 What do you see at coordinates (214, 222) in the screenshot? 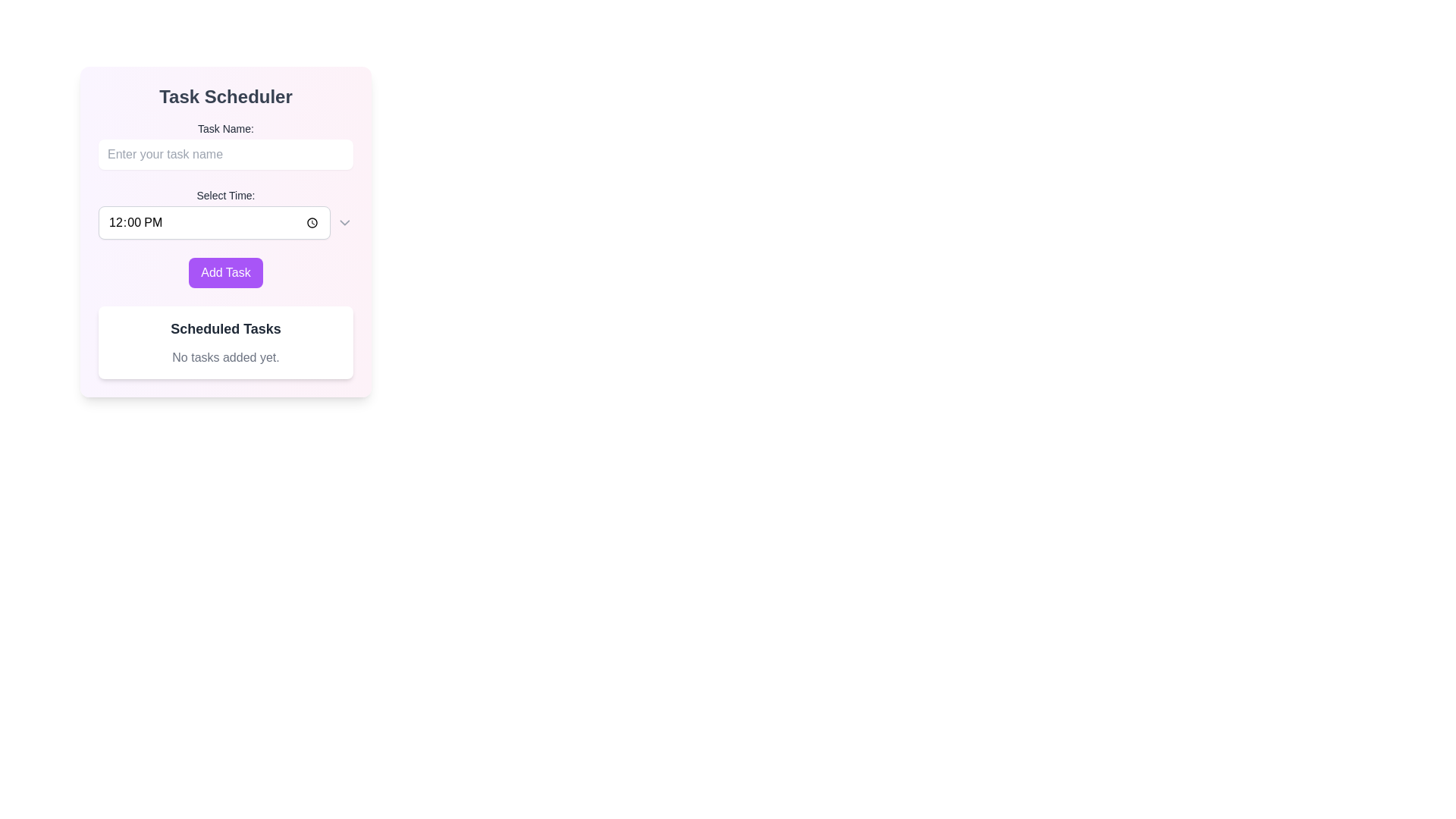
I see `the time input field in the 'Task Scheduler' form` at bounding box center [214, 222].